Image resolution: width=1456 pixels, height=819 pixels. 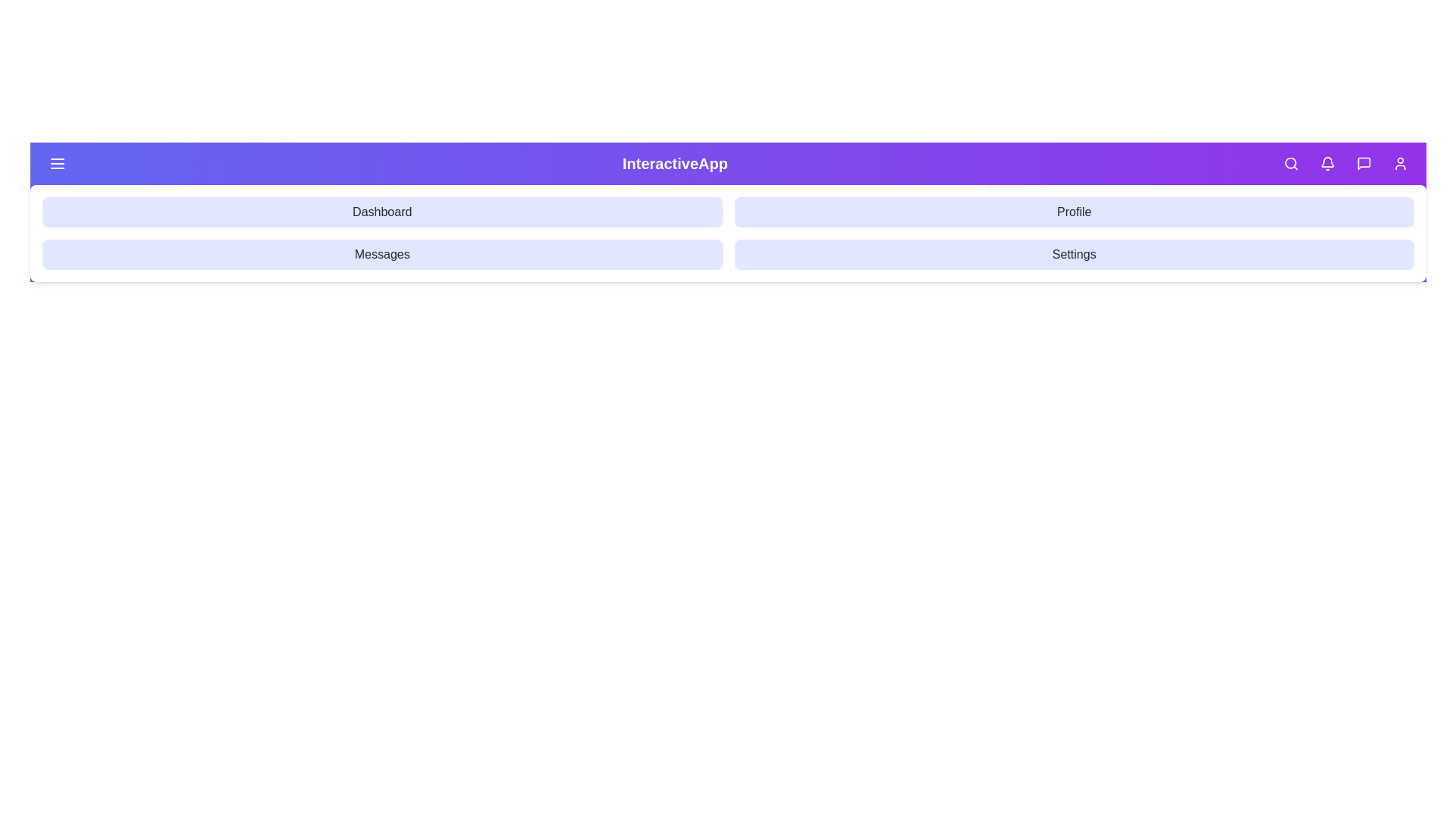 I want to click on the navigation option Profile to navigate to the corresponding section, so click(x=1073, y=212).